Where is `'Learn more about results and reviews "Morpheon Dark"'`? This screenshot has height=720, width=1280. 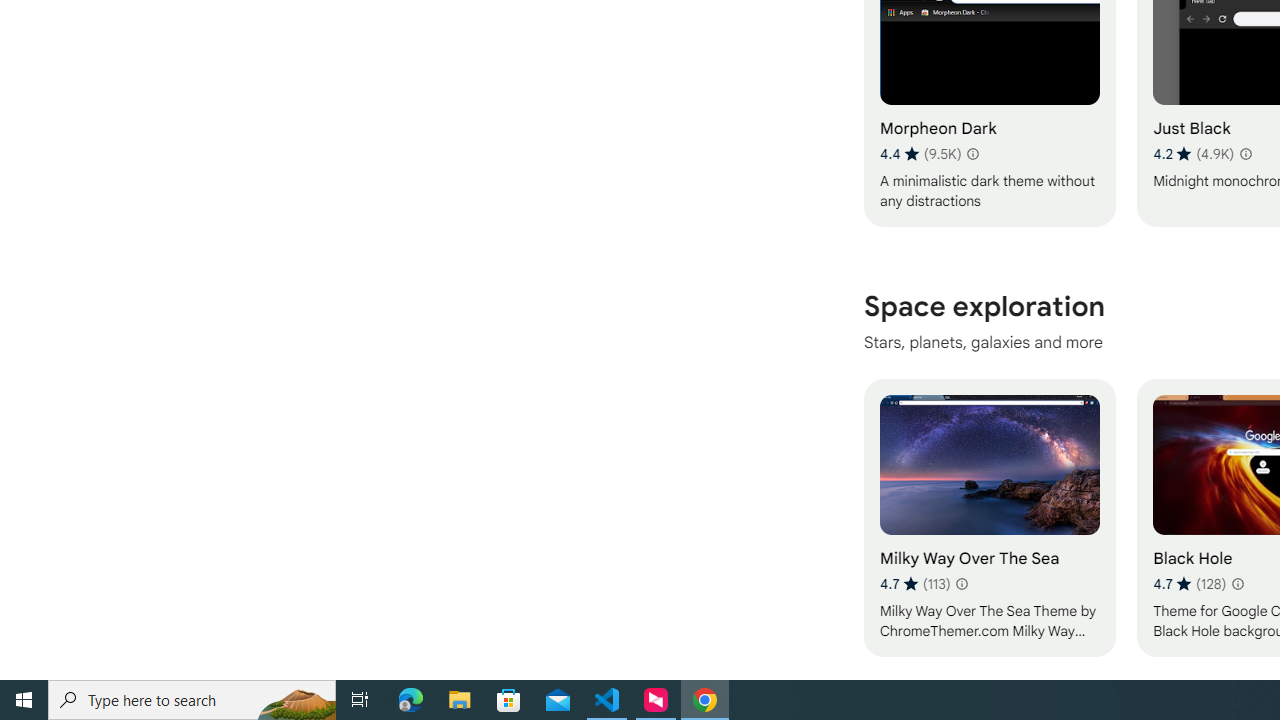
'Learn more about results and reviews "Morpheon Dark"' is located at coordinates (972, 153).